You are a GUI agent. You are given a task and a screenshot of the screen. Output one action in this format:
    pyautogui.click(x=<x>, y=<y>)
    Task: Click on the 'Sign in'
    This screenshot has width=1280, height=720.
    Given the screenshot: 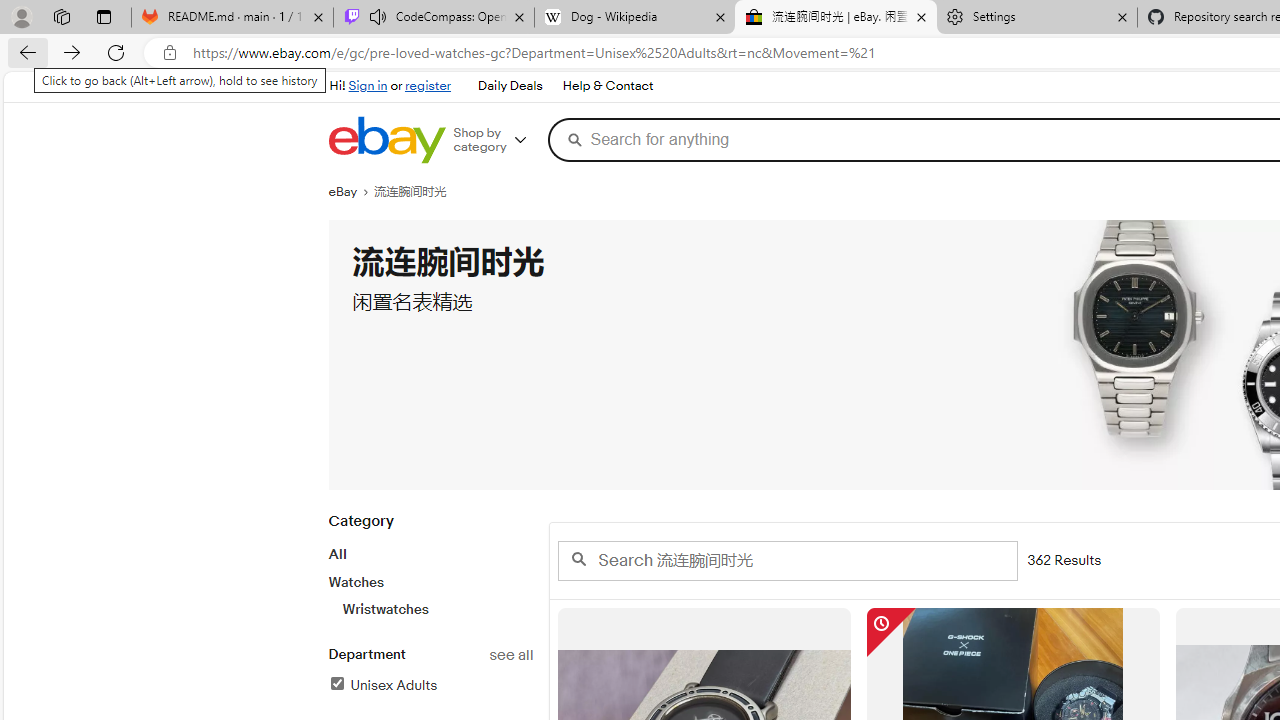 What is the action you would take?
    pyautogui.click(x=368, y=85)
    